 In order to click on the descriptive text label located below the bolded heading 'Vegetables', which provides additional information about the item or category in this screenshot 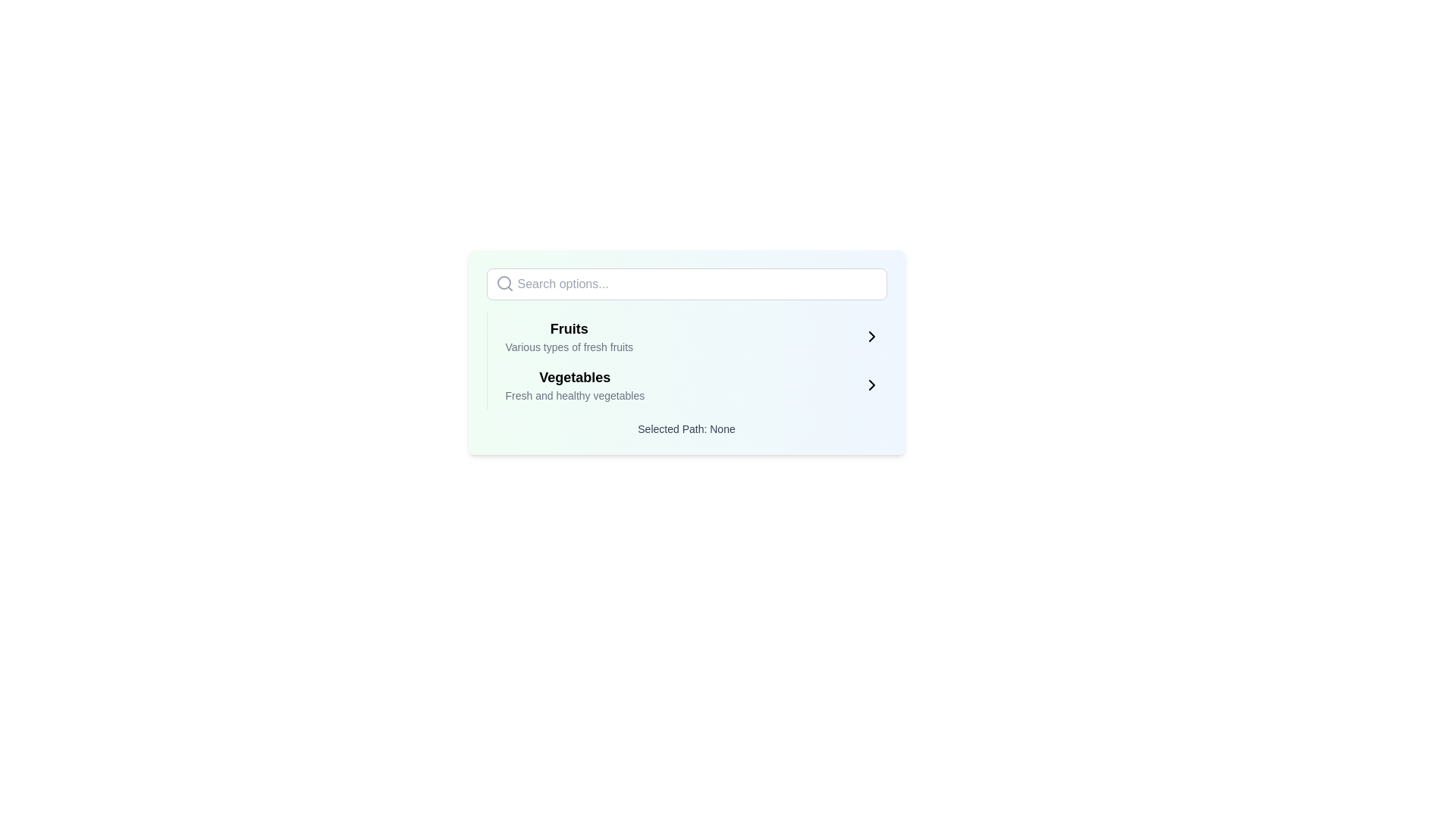, I will do `click(574, 394)`.